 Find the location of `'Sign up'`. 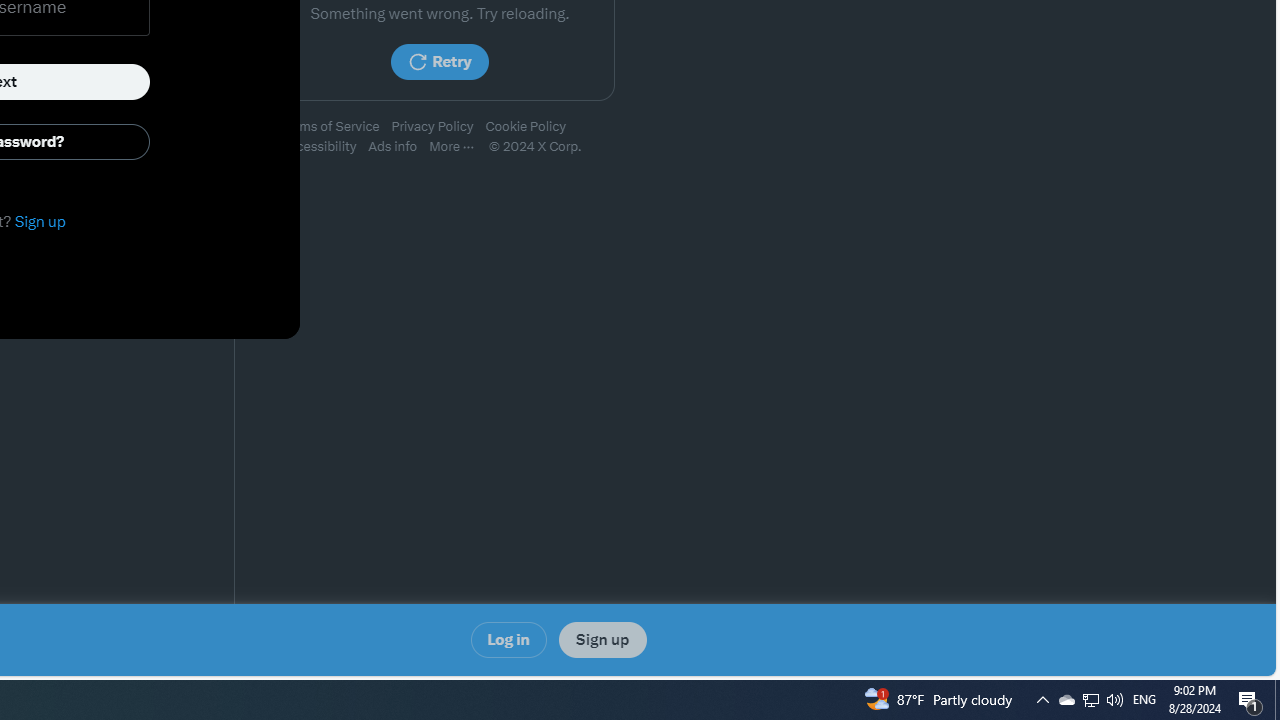

'Sign up' is located at coordinates (601, 640).